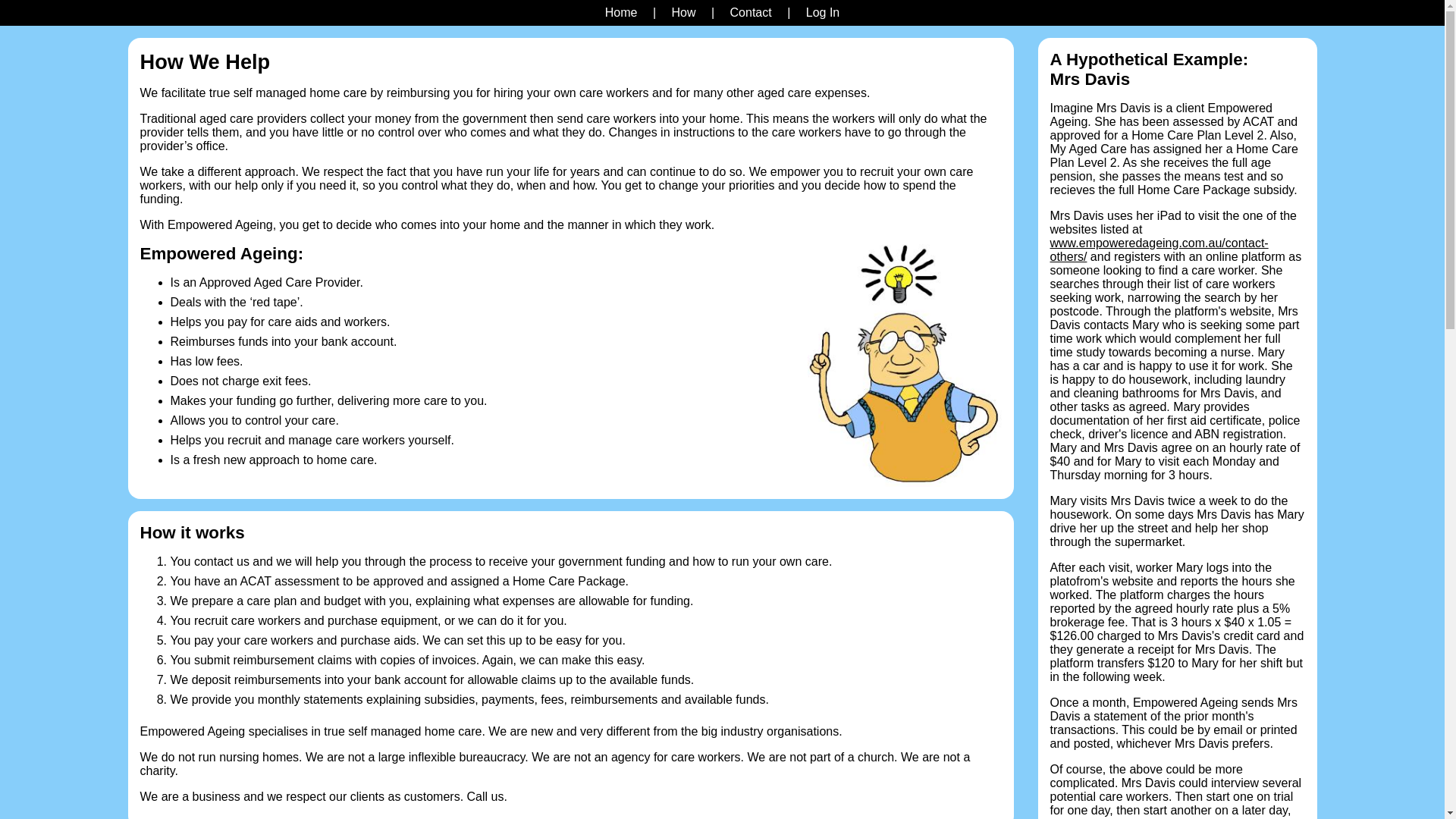 The height and width of the screenshot is (819, 1456). I want to click on 'Home', so click(621, 12).